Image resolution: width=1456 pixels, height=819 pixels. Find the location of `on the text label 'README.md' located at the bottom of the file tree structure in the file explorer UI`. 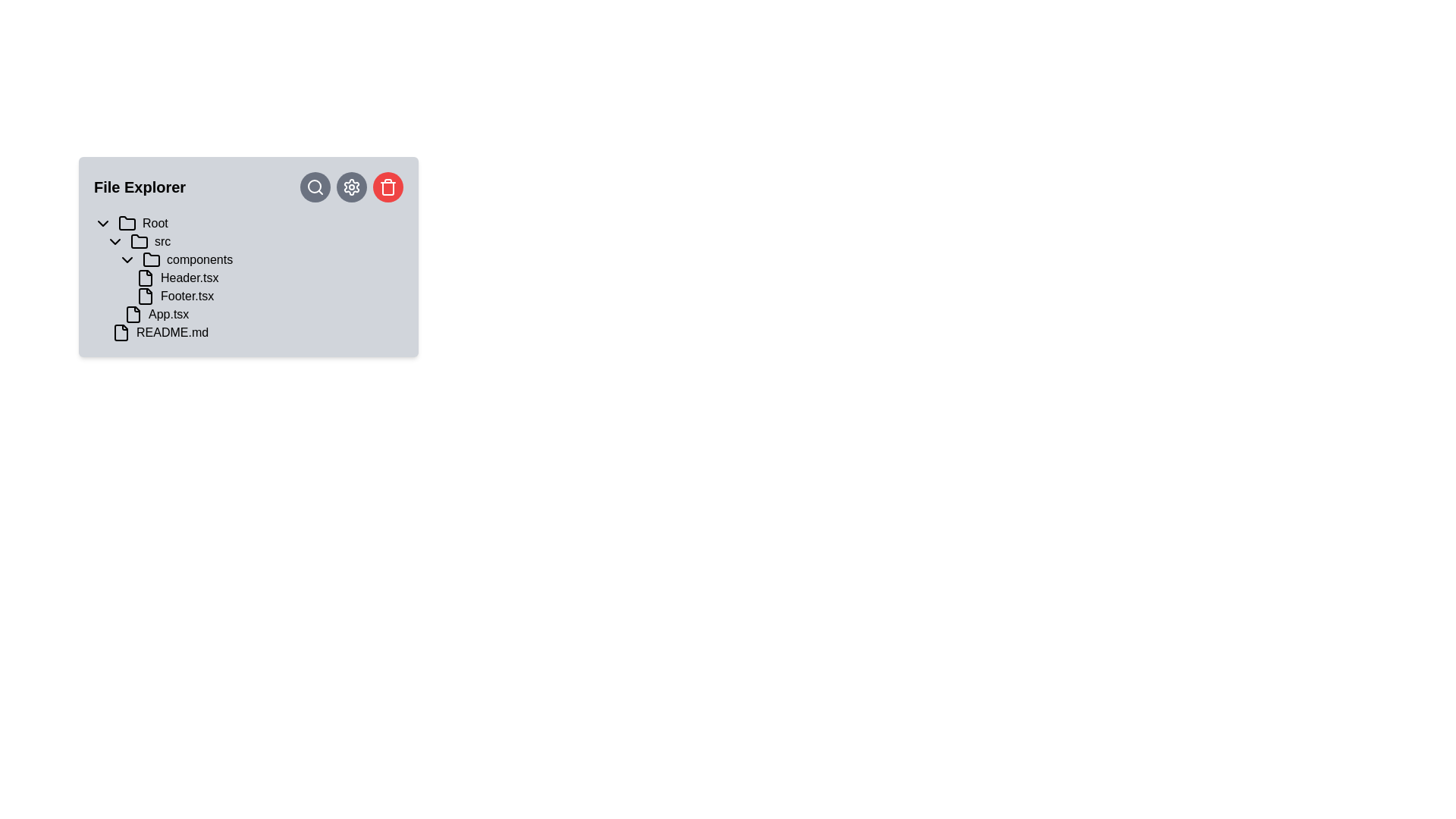

on the text label 'README.md' located at the bottom of the file tree structure in the file explorer UI is located at coordinates (172, 332).